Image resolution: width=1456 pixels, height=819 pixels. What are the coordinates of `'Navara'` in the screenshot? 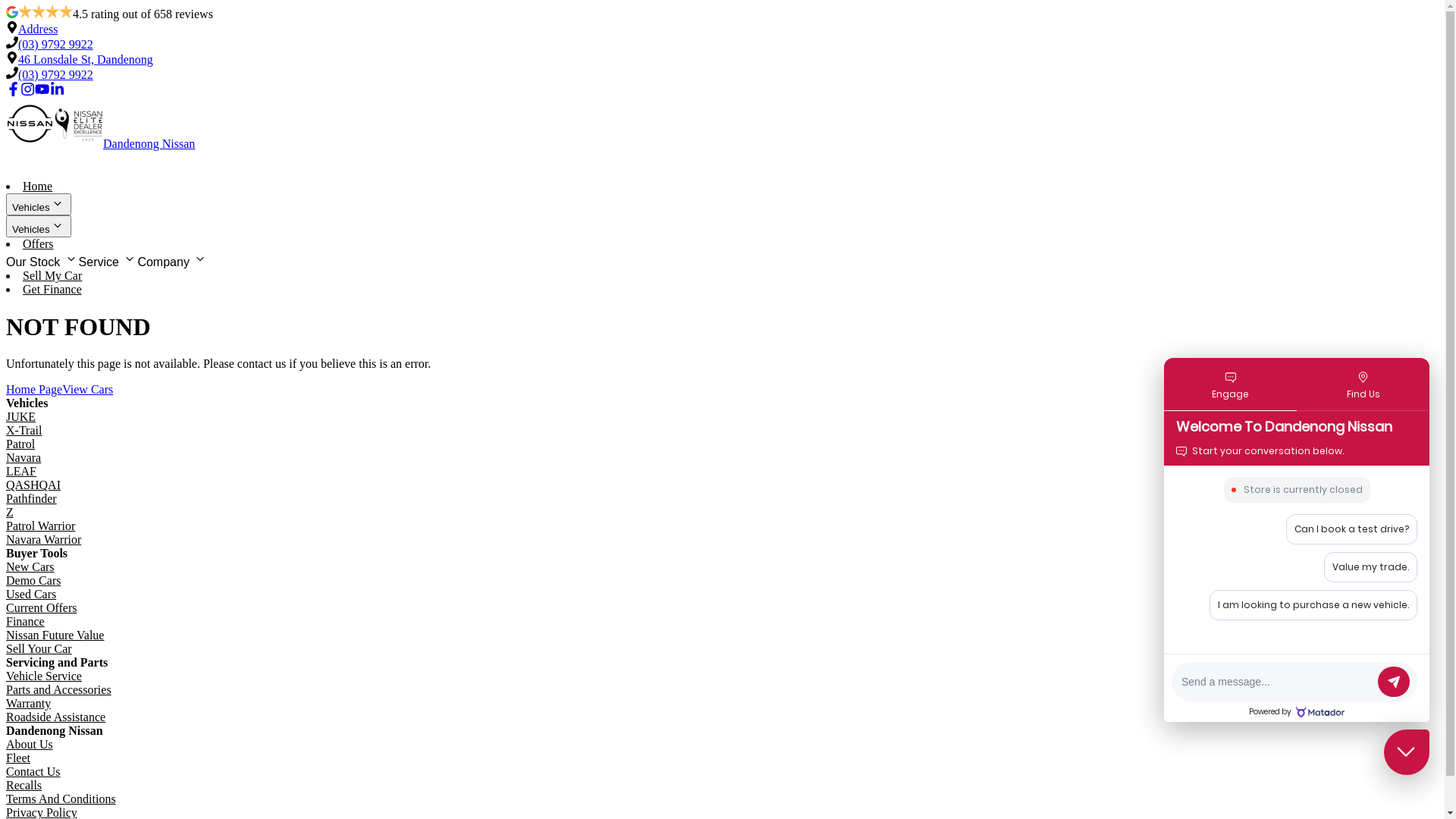 It's located at (23, 457).